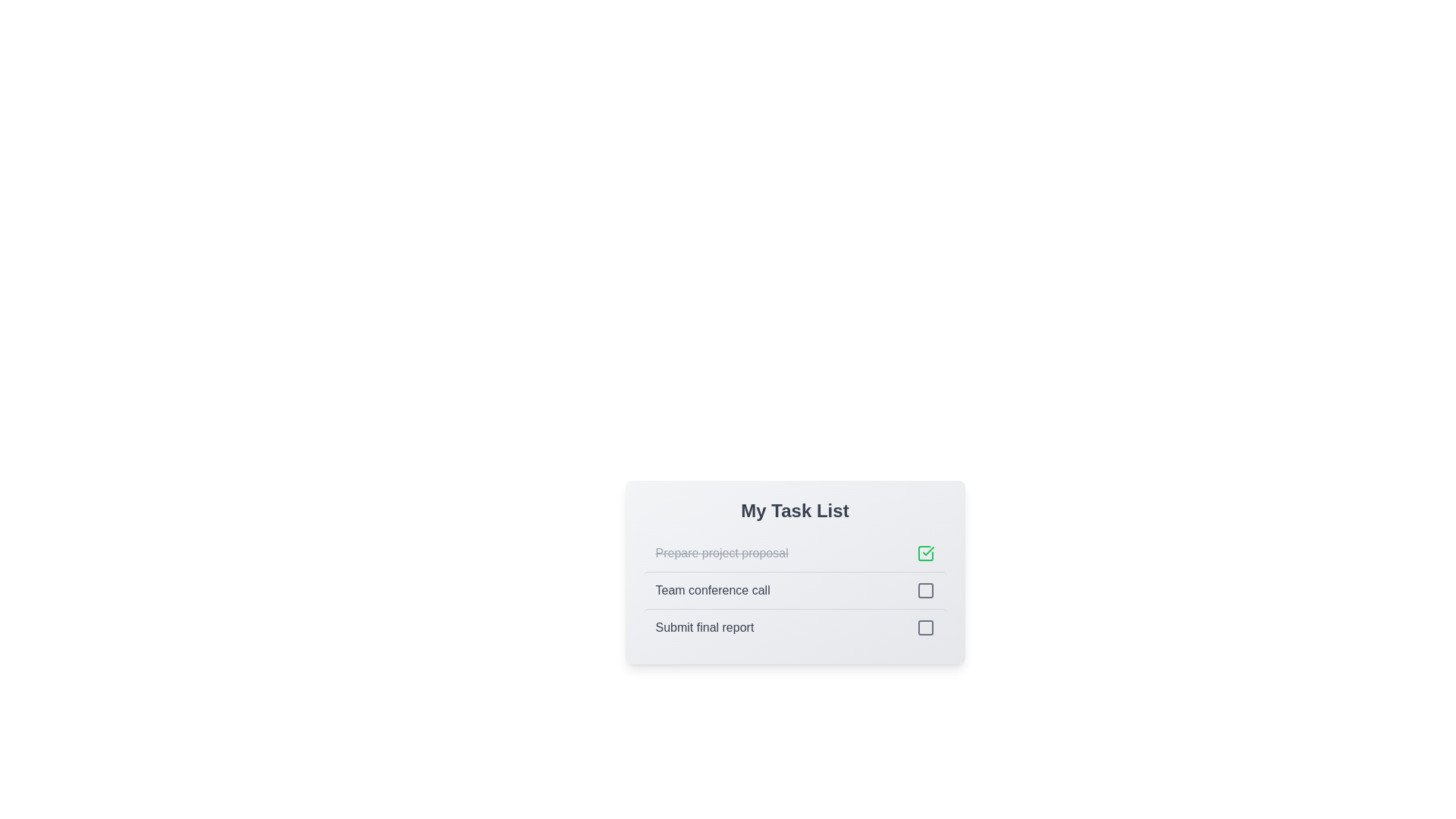 The image size is (1456, 819). I want to click on the title 'My Task List' to focus on it, so click(794, 511).